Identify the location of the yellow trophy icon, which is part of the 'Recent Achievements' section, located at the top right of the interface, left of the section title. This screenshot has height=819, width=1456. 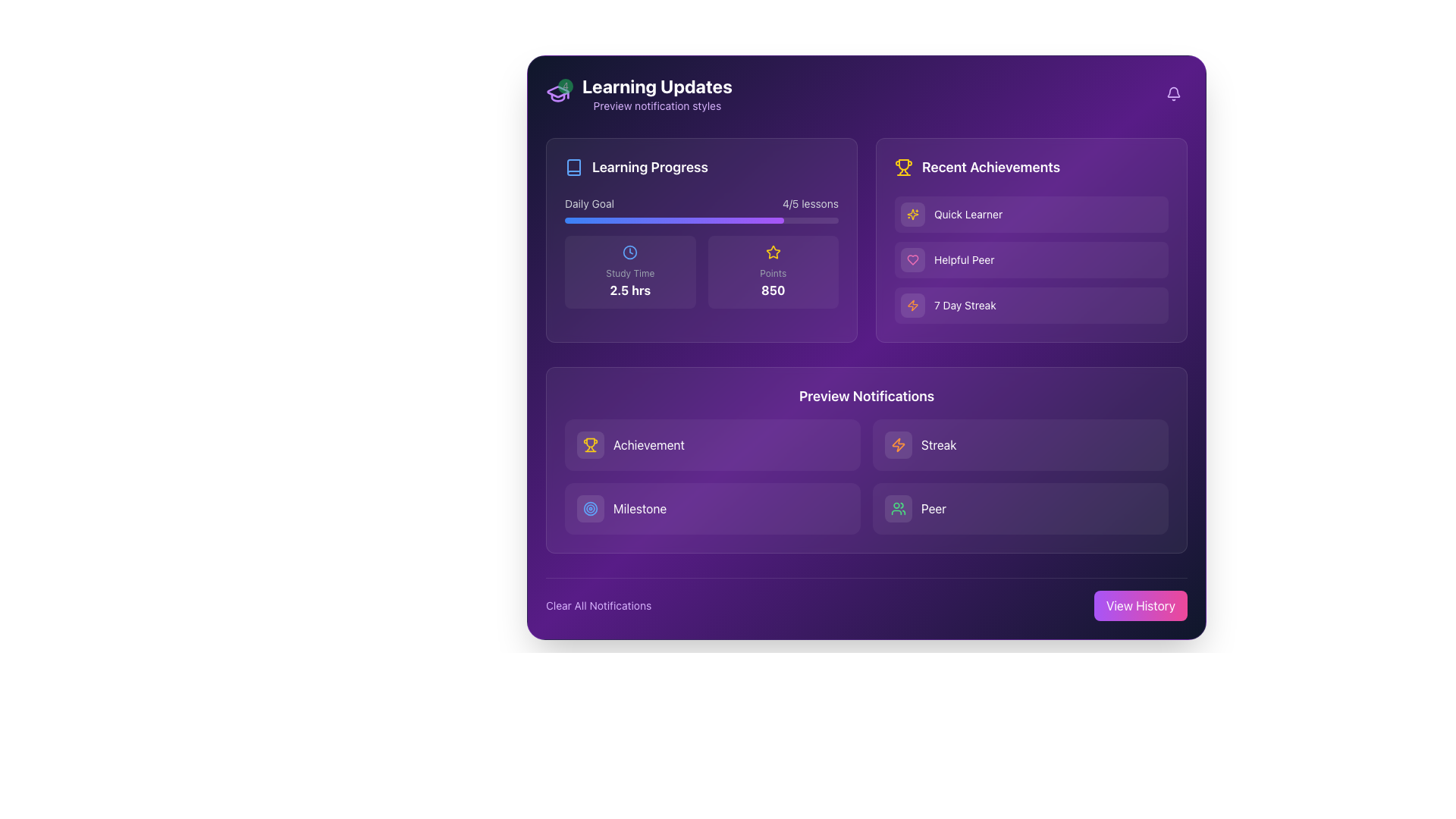
(903, 167).